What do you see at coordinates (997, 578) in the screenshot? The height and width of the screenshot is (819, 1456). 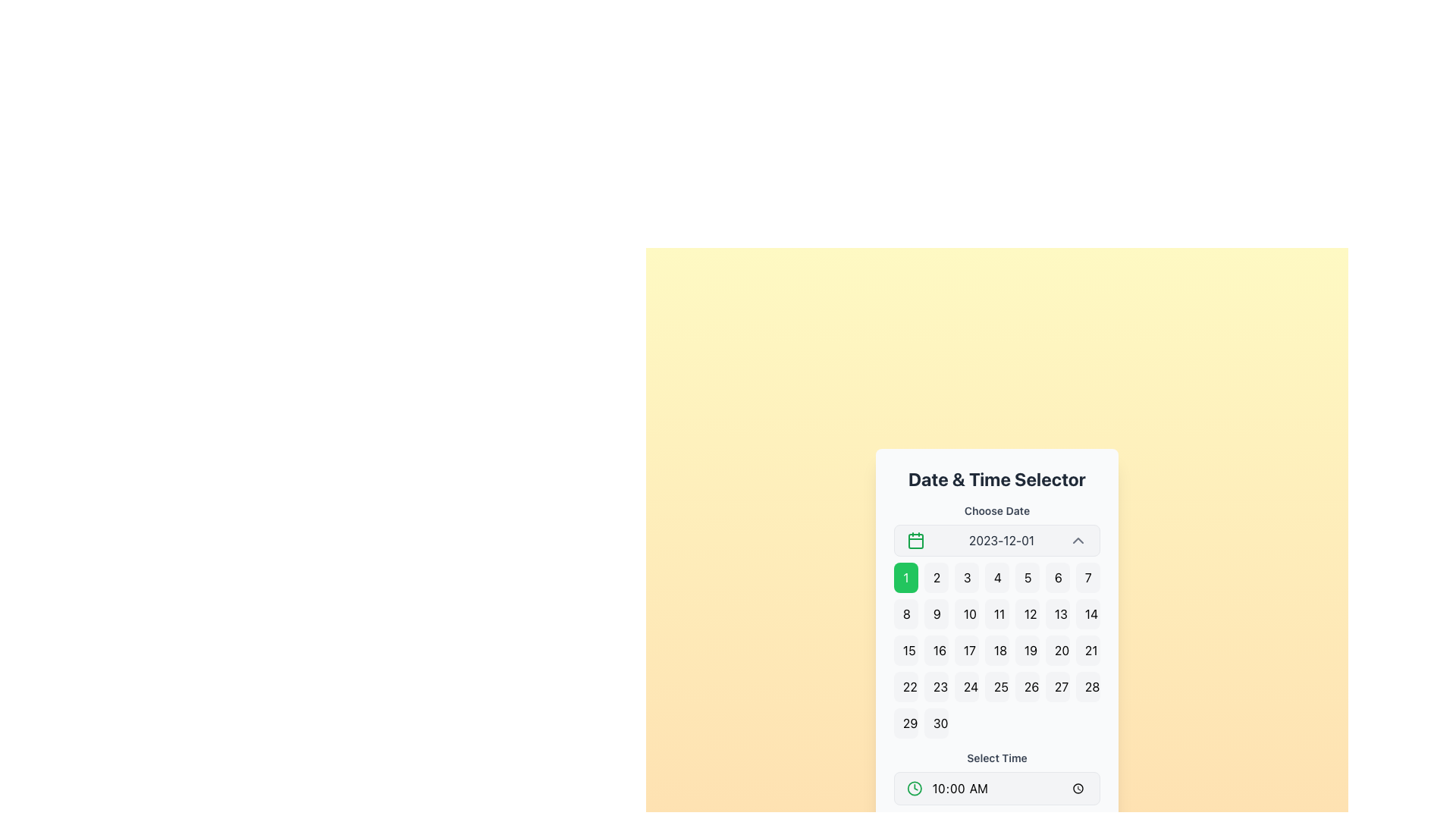 I see `the button representing the 4th day of the month` at bounding box center [997, 578].